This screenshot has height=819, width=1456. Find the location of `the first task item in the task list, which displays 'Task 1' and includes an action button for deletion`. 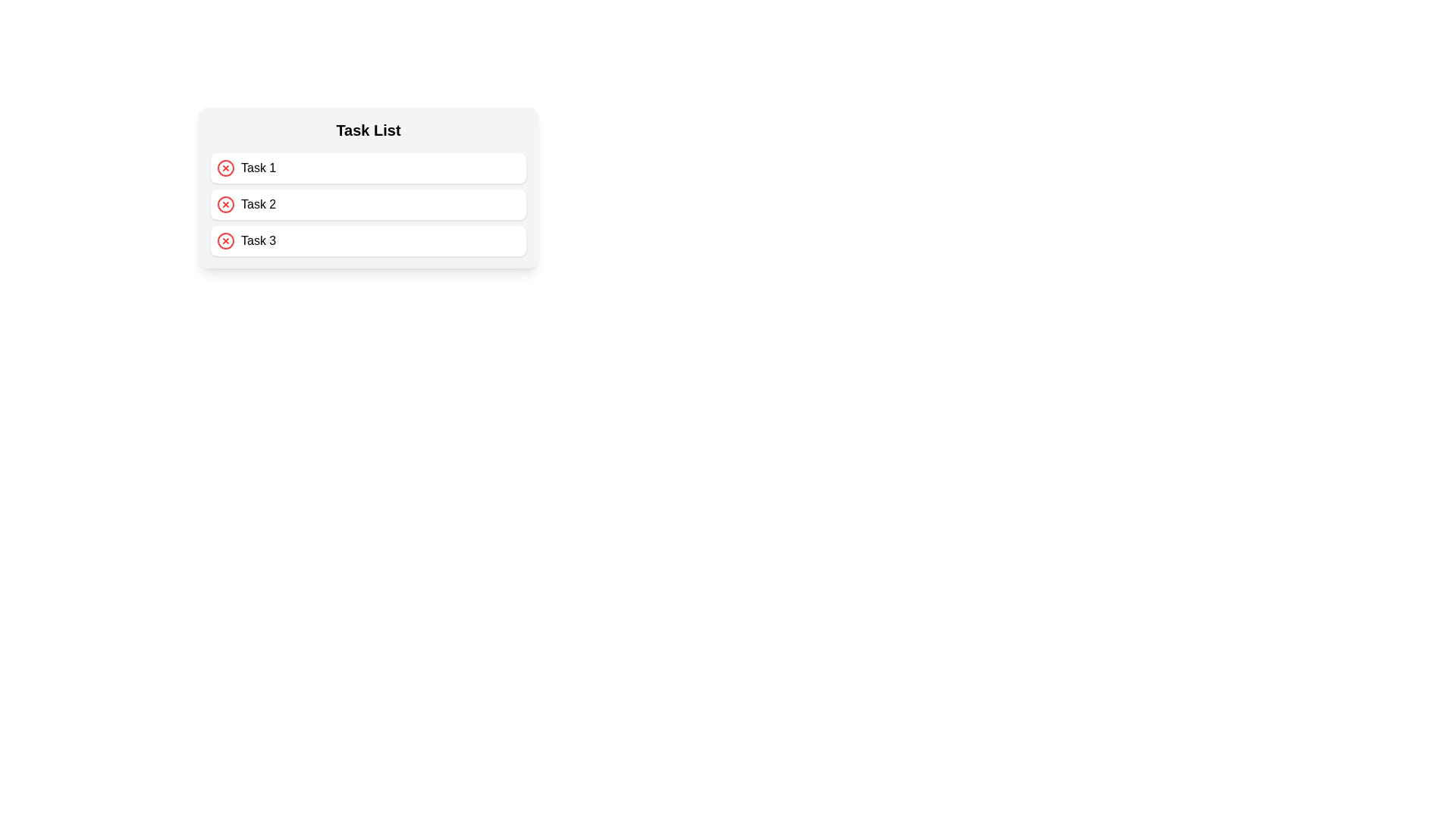

the first task item in the task list, which displays 'Task 1' and includes an action button for deletion is located at coordinates (368, 168).